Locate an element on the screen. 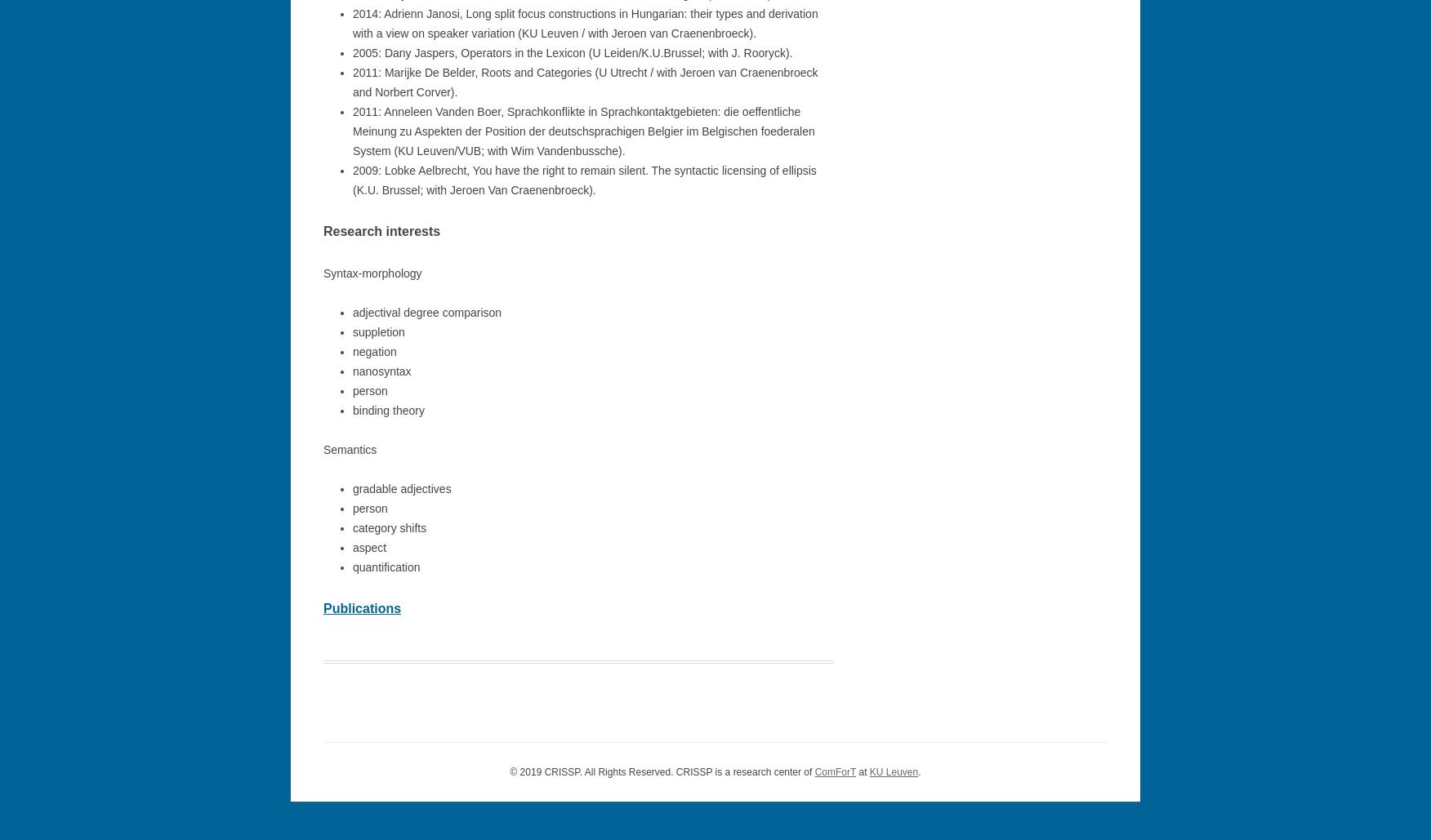 The height and width of the screenshot is (840, 1431). '© 2019 CRISSP. All Rights Reserved. CRISSP is a research center of' is located at coordinates (510, 771).